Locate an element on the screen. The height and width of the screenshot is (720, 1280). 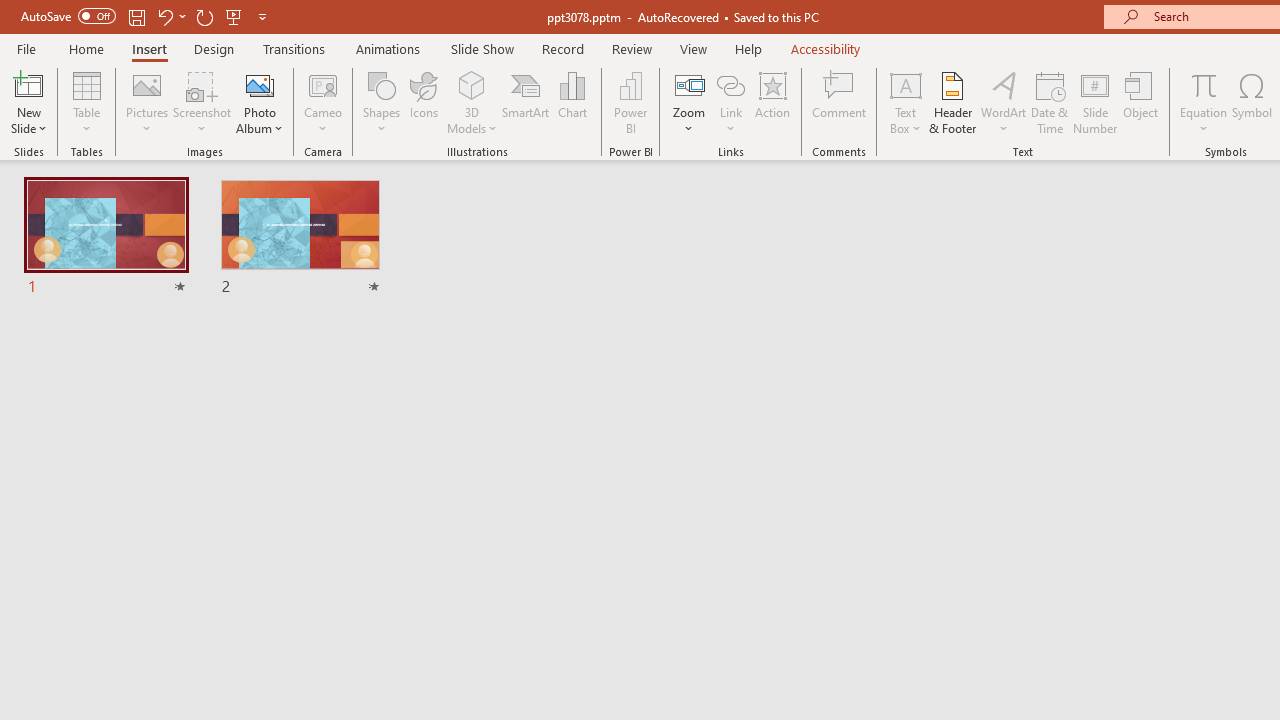
'Link' is located at coordinates (730, 84).